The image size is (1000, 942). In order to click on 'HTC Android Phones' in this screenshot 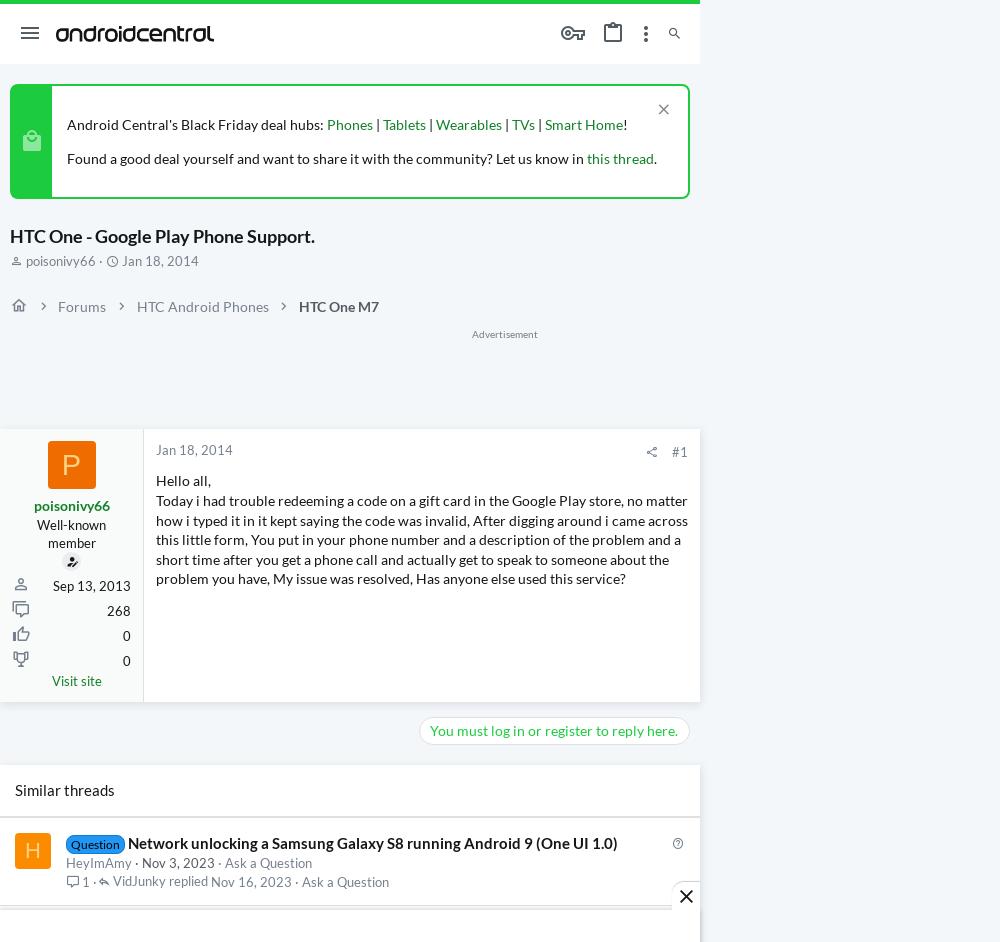, I will do `click(201, 305)`.